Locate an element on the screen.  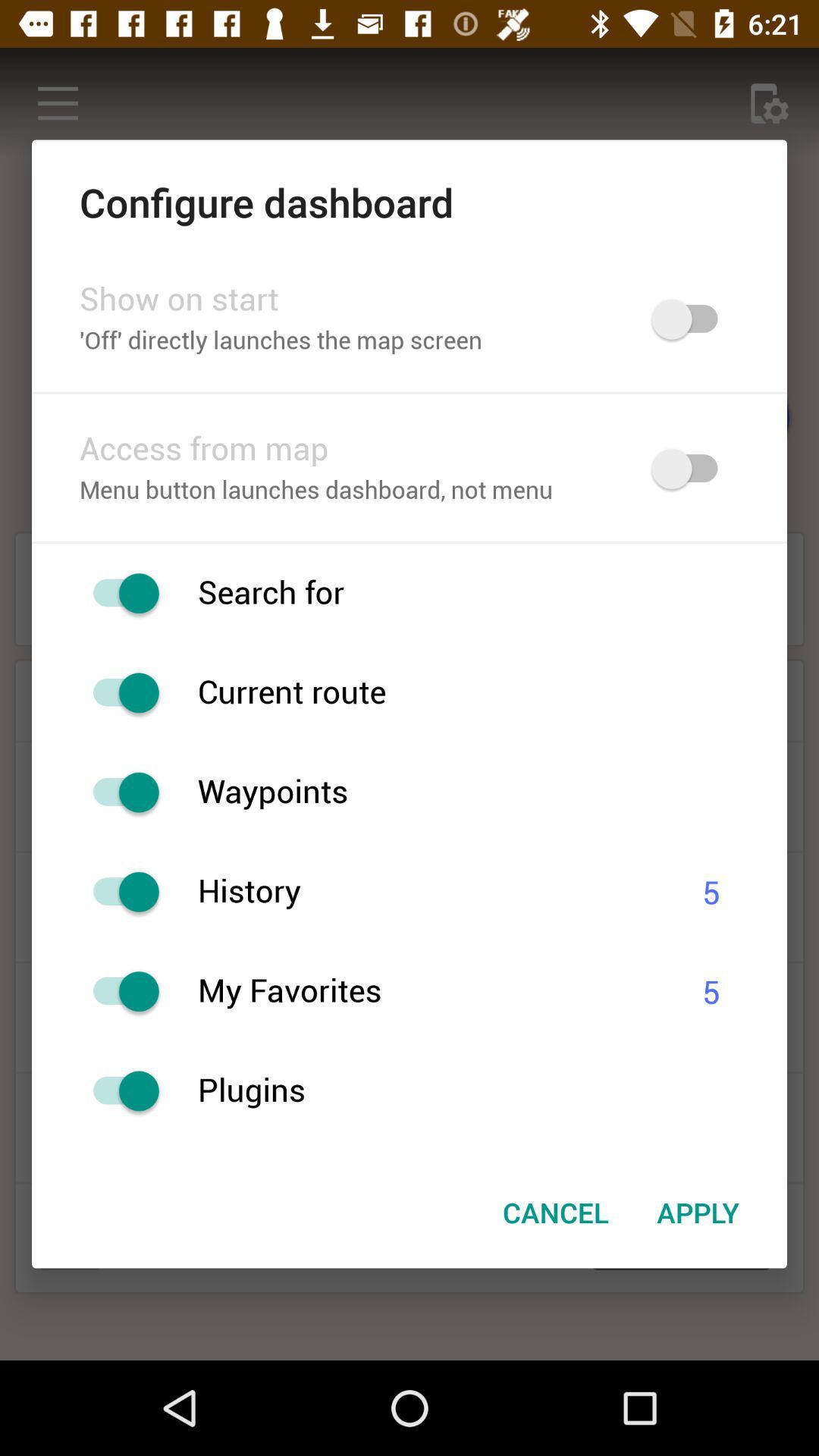
item next to the 5 icon is located at coordinates (431, 991).